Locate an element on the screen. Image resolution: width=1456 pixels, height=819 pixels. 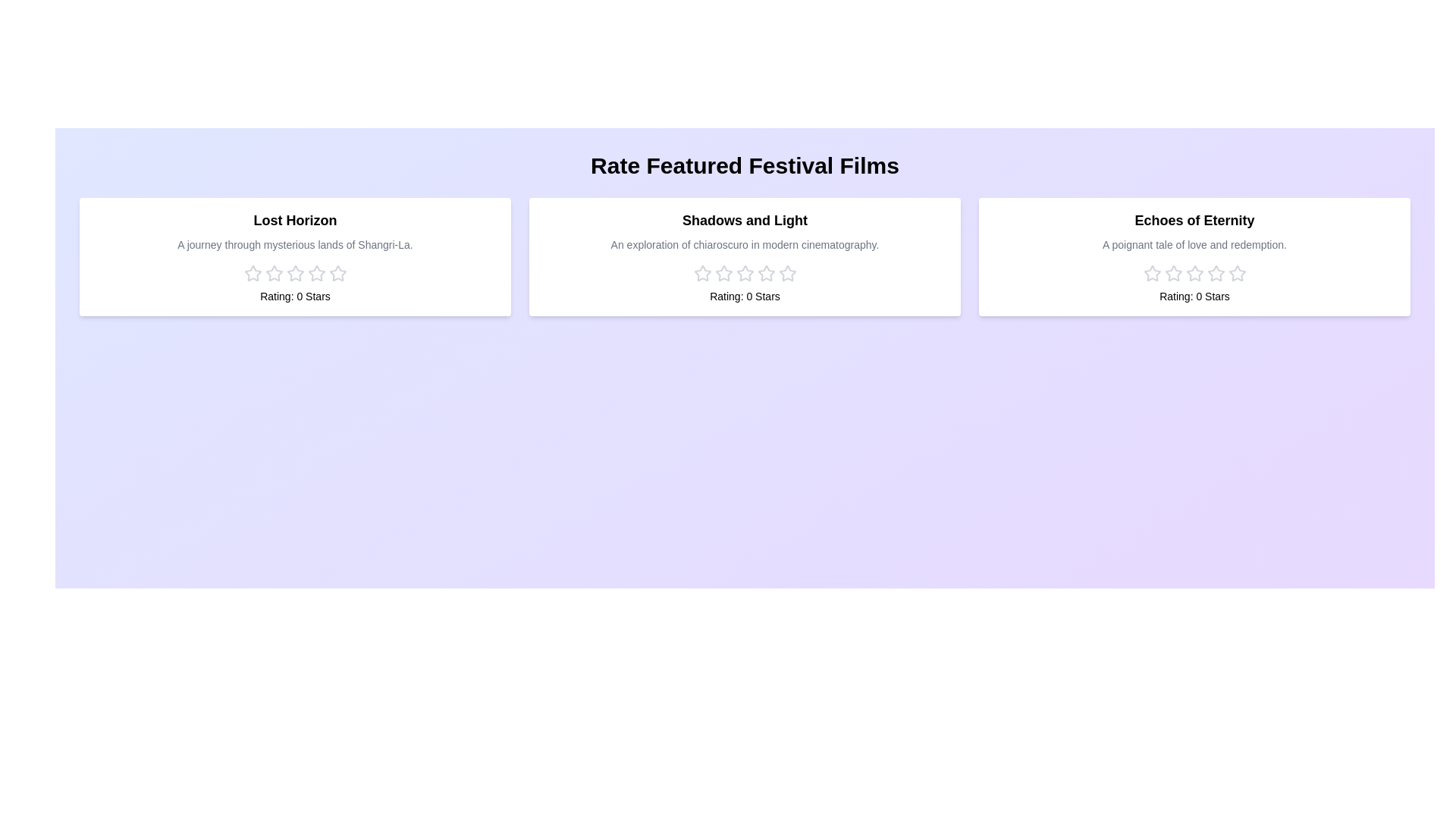
the title of the film Lost Horizon is located at coordinates (295, 220).